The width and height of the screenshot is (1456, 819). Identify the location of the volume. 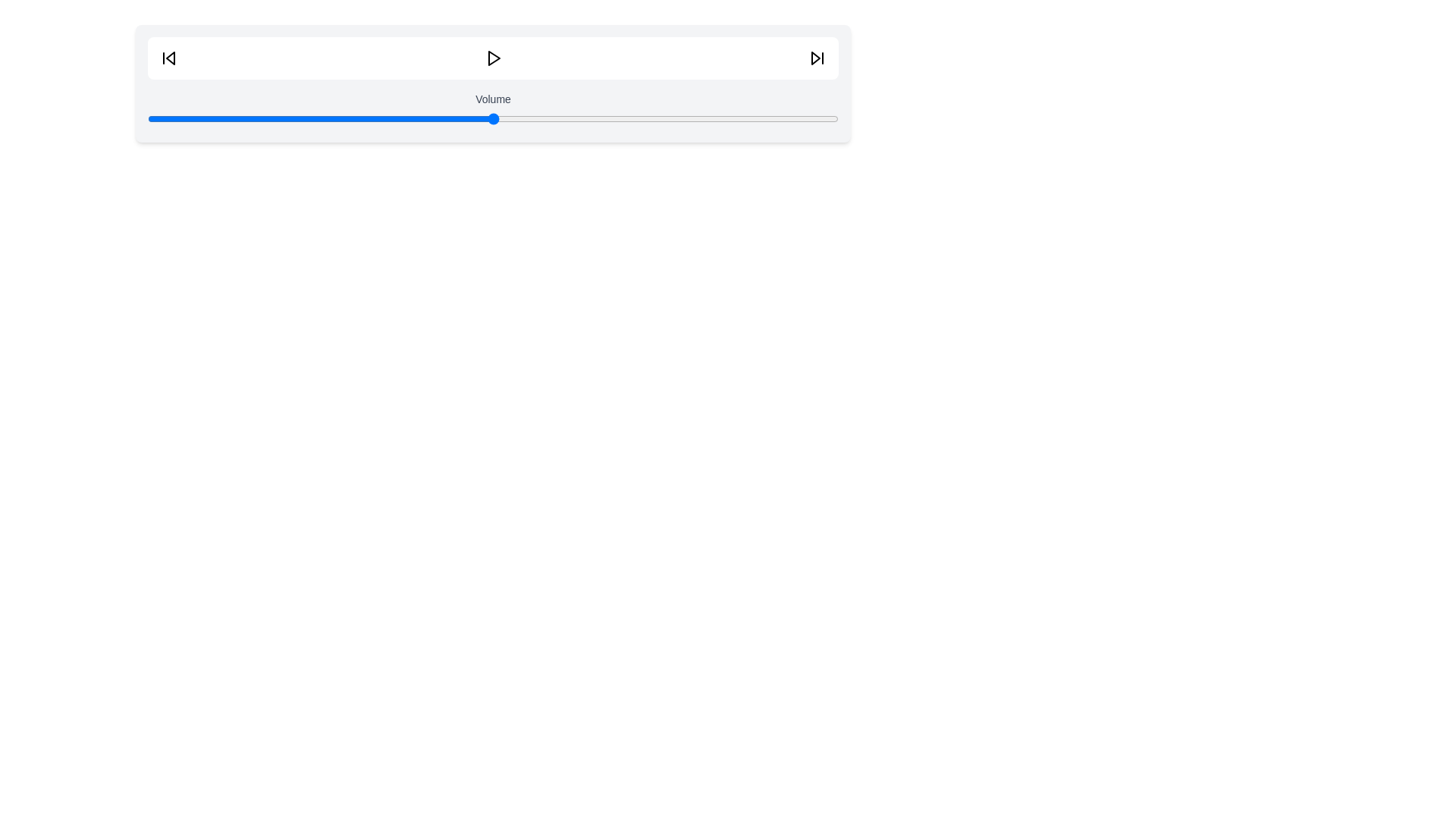
(561, 118).